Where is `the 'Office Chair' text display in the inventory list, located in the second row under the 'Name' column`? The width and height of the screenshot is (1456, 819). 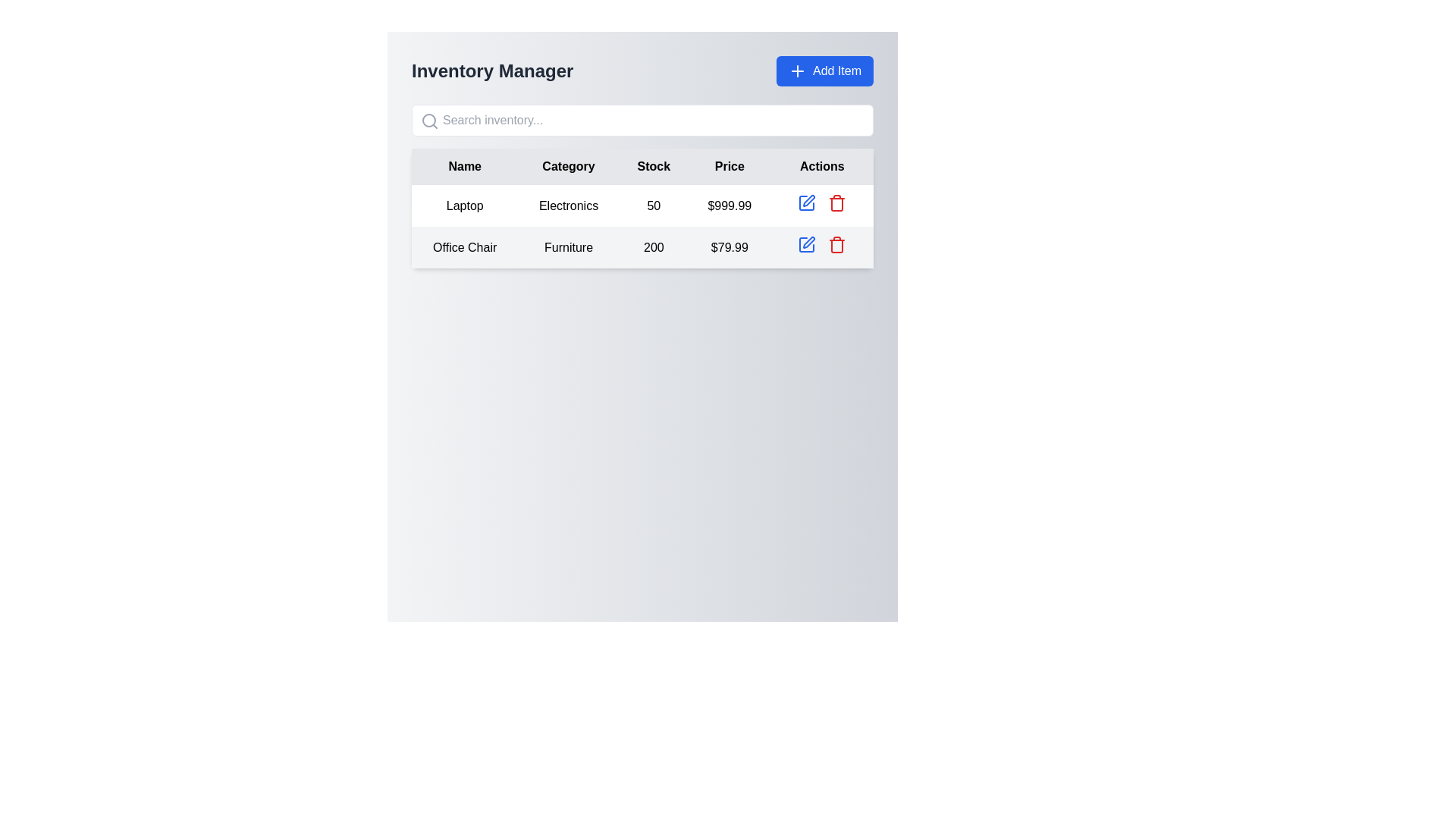 the 'Office Chair' text display in the inventory list, located in the second row under the 'Name' column is located at coordinates (464, 246).